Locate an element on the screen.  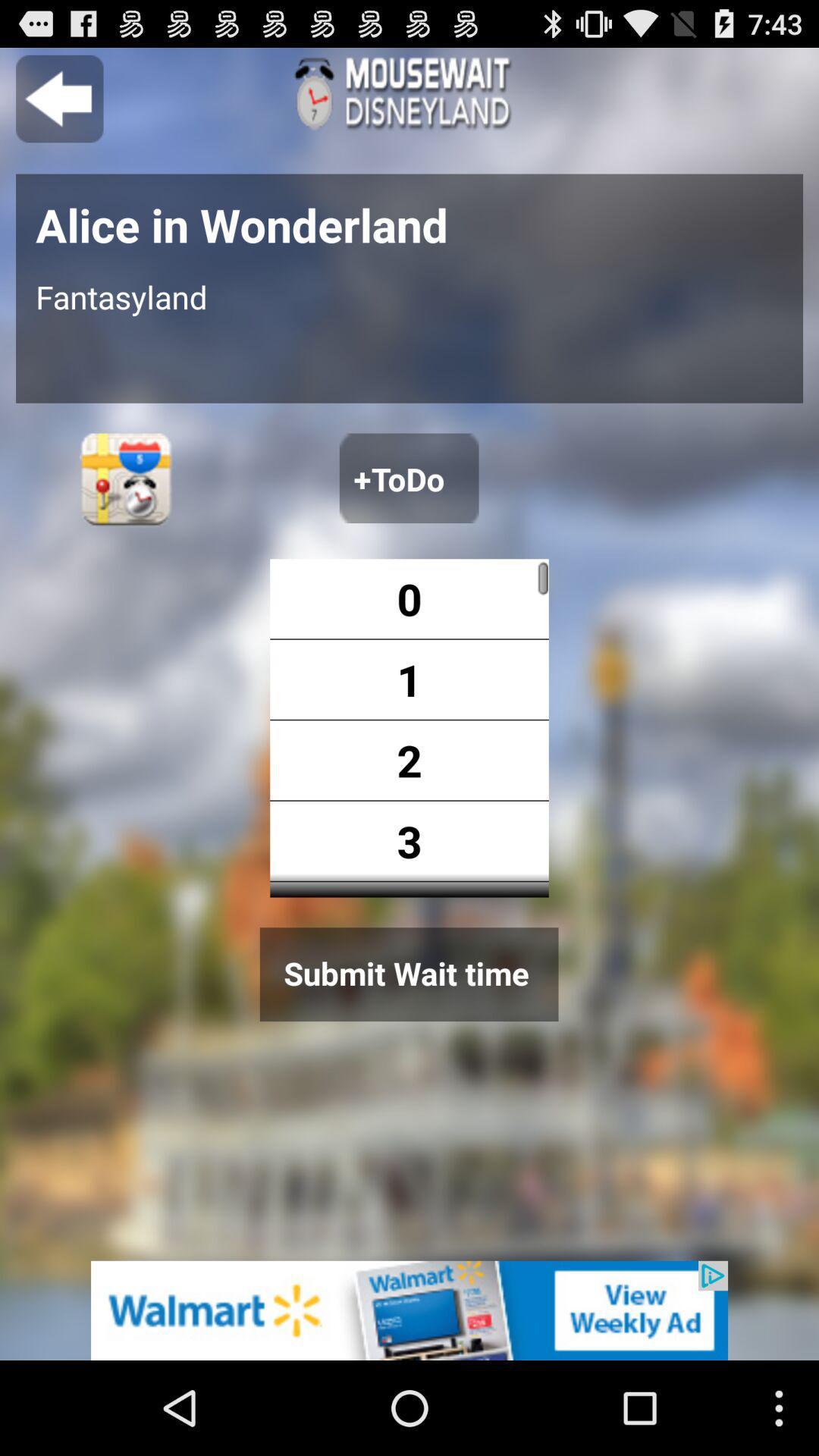
the settings icon is located at coordinates (125, 515).